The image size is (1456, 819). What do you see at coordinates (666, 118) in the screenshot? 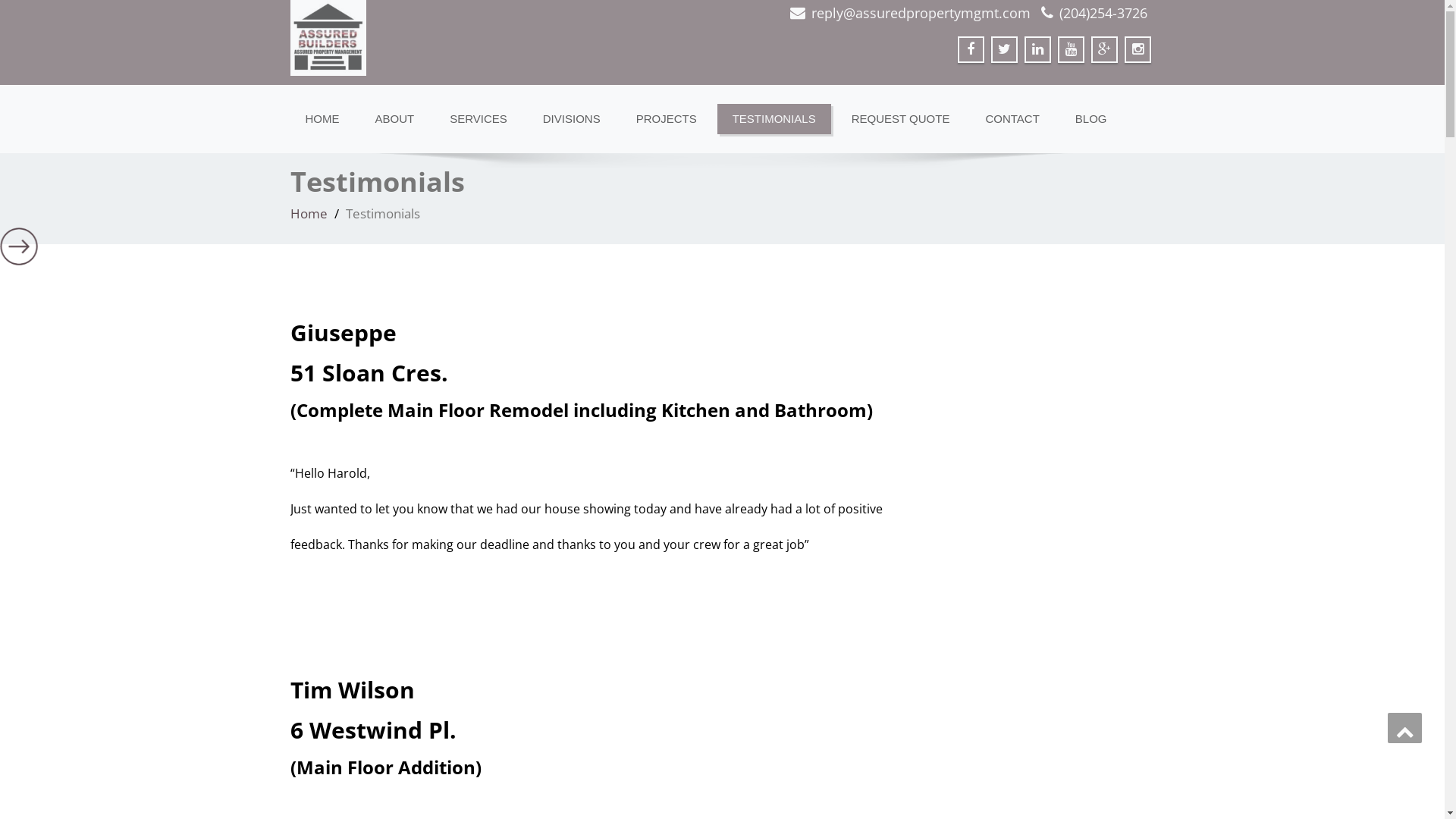
I see `'PROJECTS'` at bounding box center [666, 118].